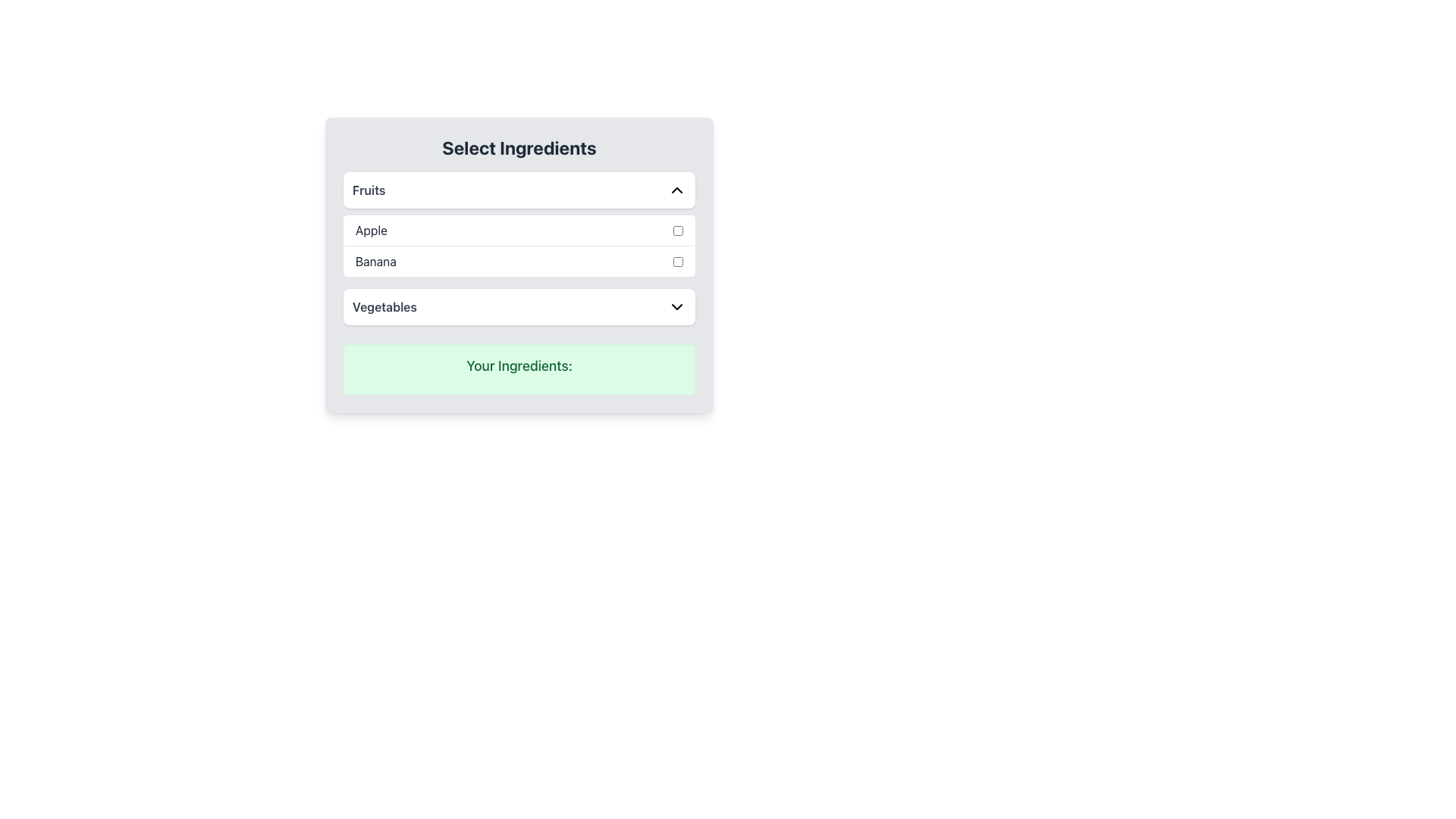 Image resolution: width=1456 pixels, height=819 pixels. What do you see at coordinates (676, 189) in the screenshot?
I see `the arrow icon located to the far right of the 'Fruits' row, which indicates the action to collapse or expand the 'Fruits' section` at bounding box center [676, 189].